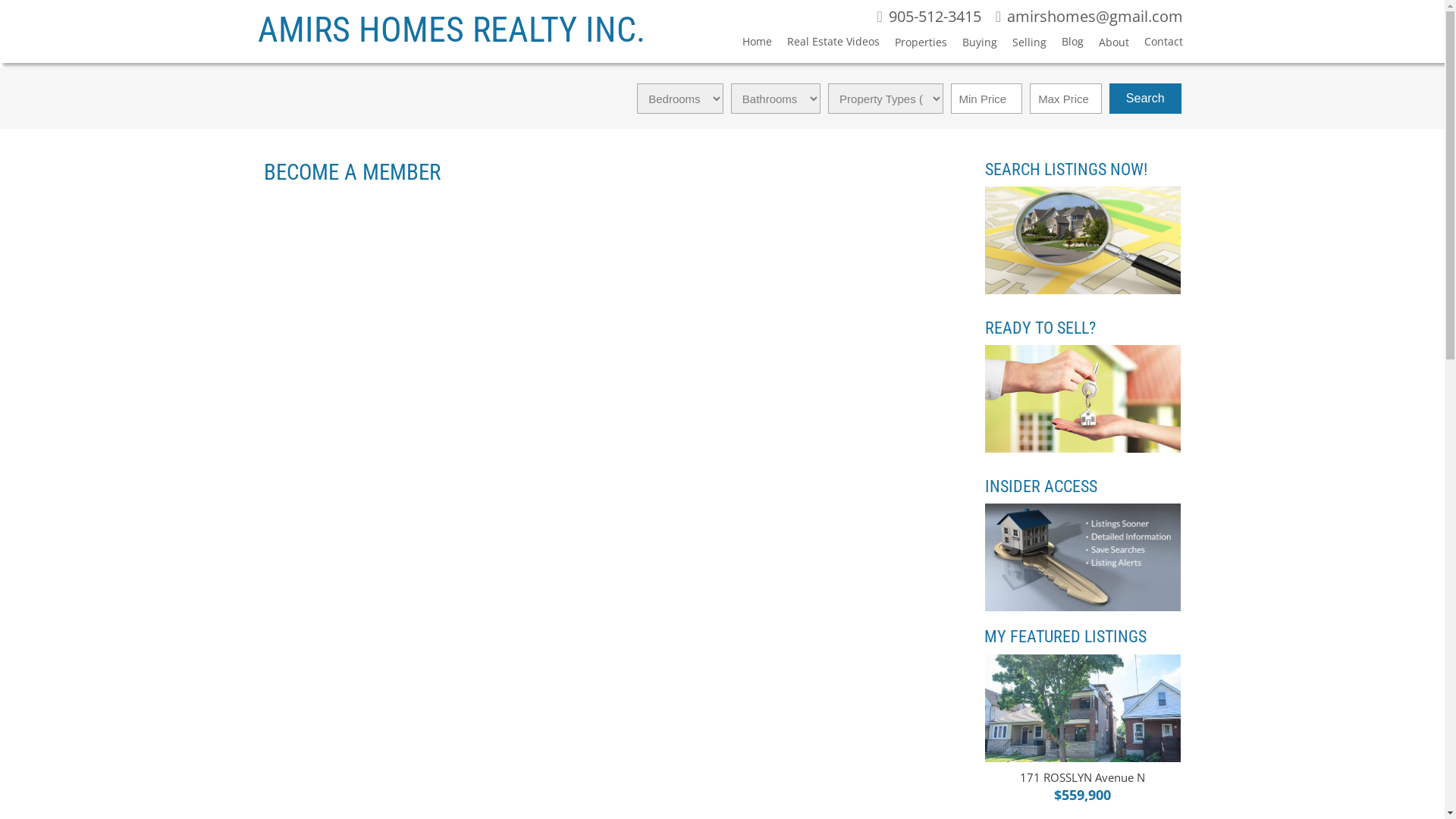 Image resolution: width=1456 pixels, height=819 pixels. I want to click on 'amirshomes@gmail.com', so click(1088, 17).